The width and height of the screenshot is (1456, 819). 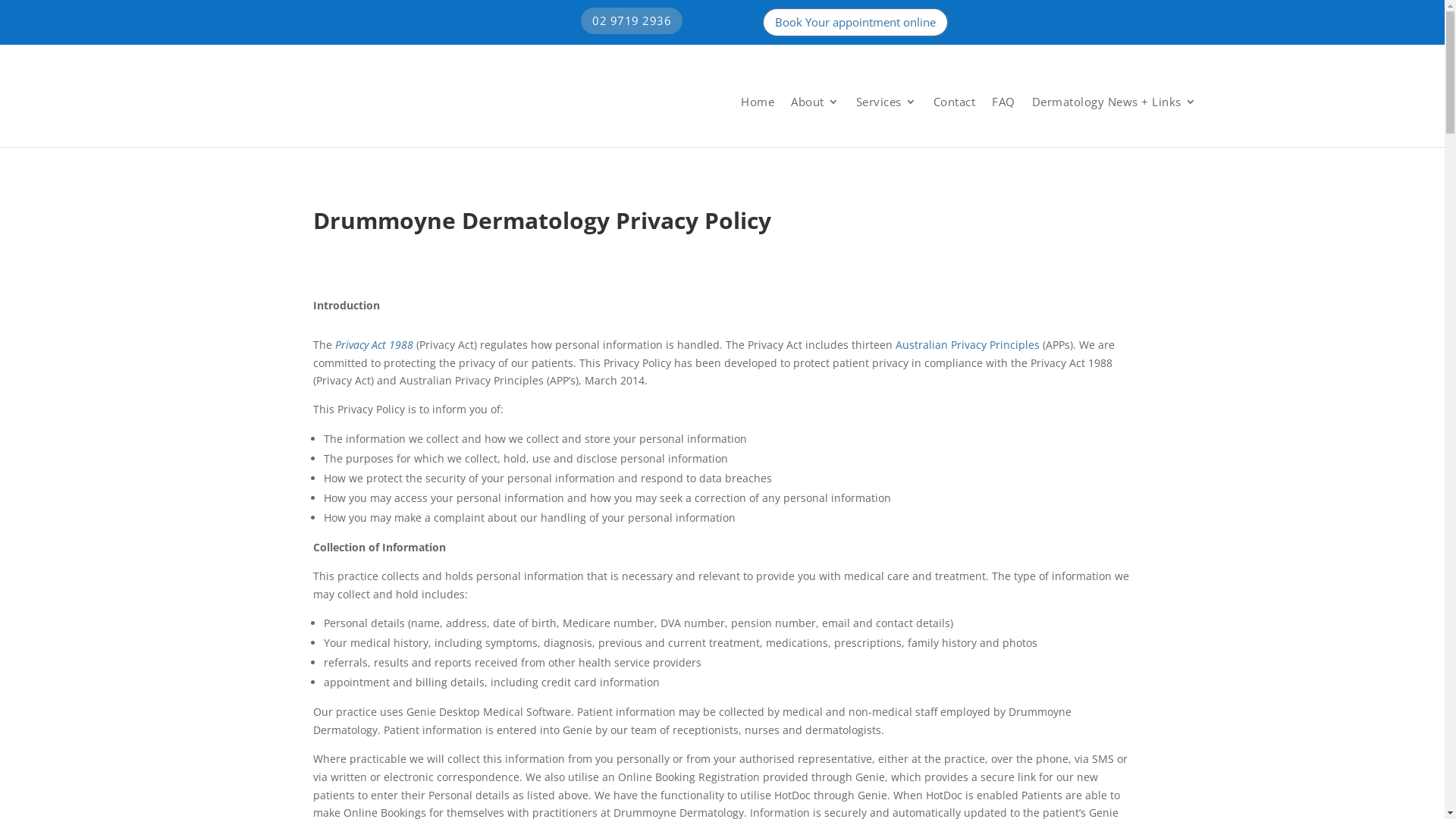 I want to click on 'Privacy Act 1988', so click(x=374, y=344).